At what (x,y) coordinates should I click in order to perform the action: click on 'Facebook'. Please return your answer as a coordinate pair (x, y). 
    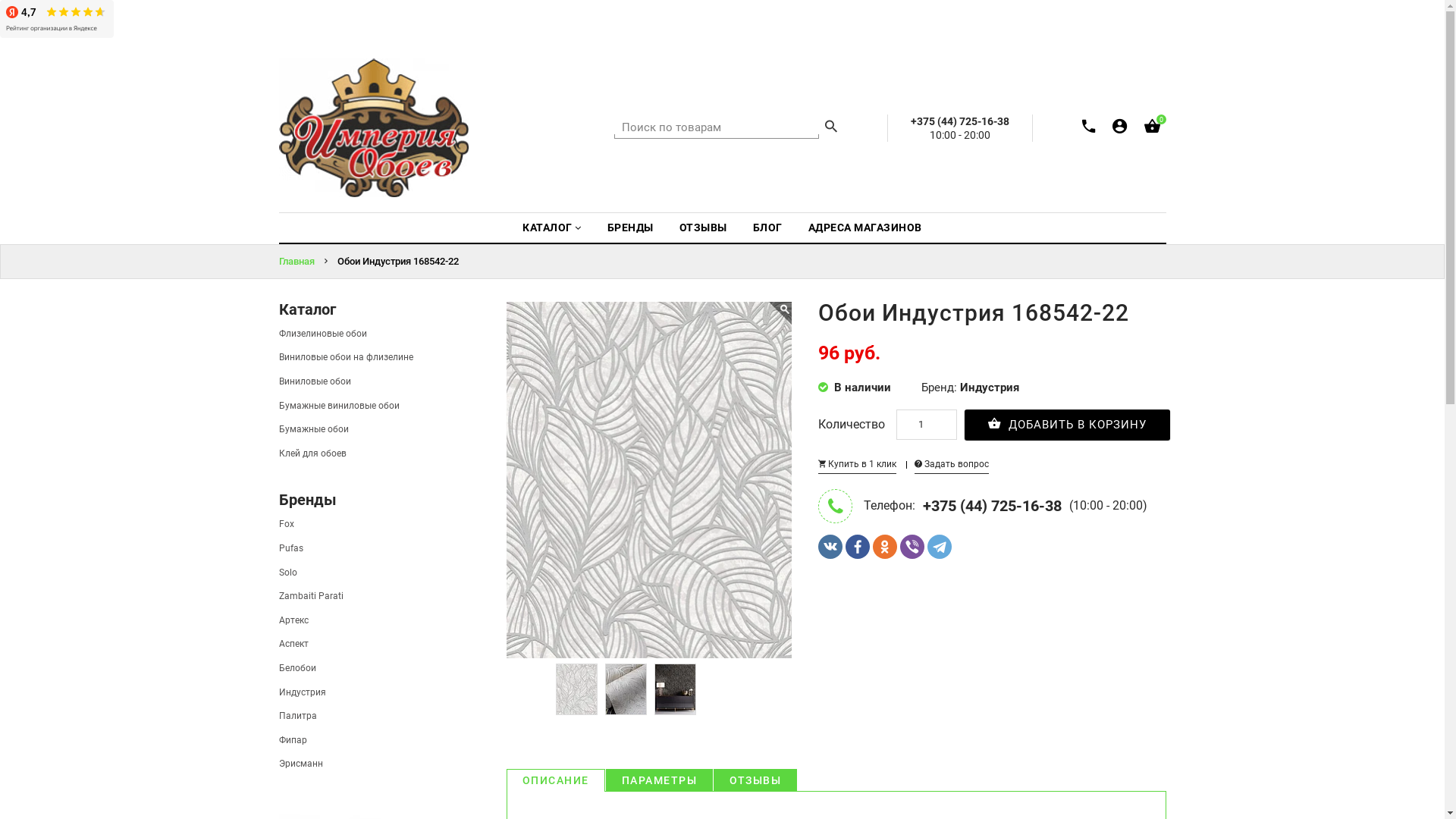
    Looking at the image, I should click on (858, 547).